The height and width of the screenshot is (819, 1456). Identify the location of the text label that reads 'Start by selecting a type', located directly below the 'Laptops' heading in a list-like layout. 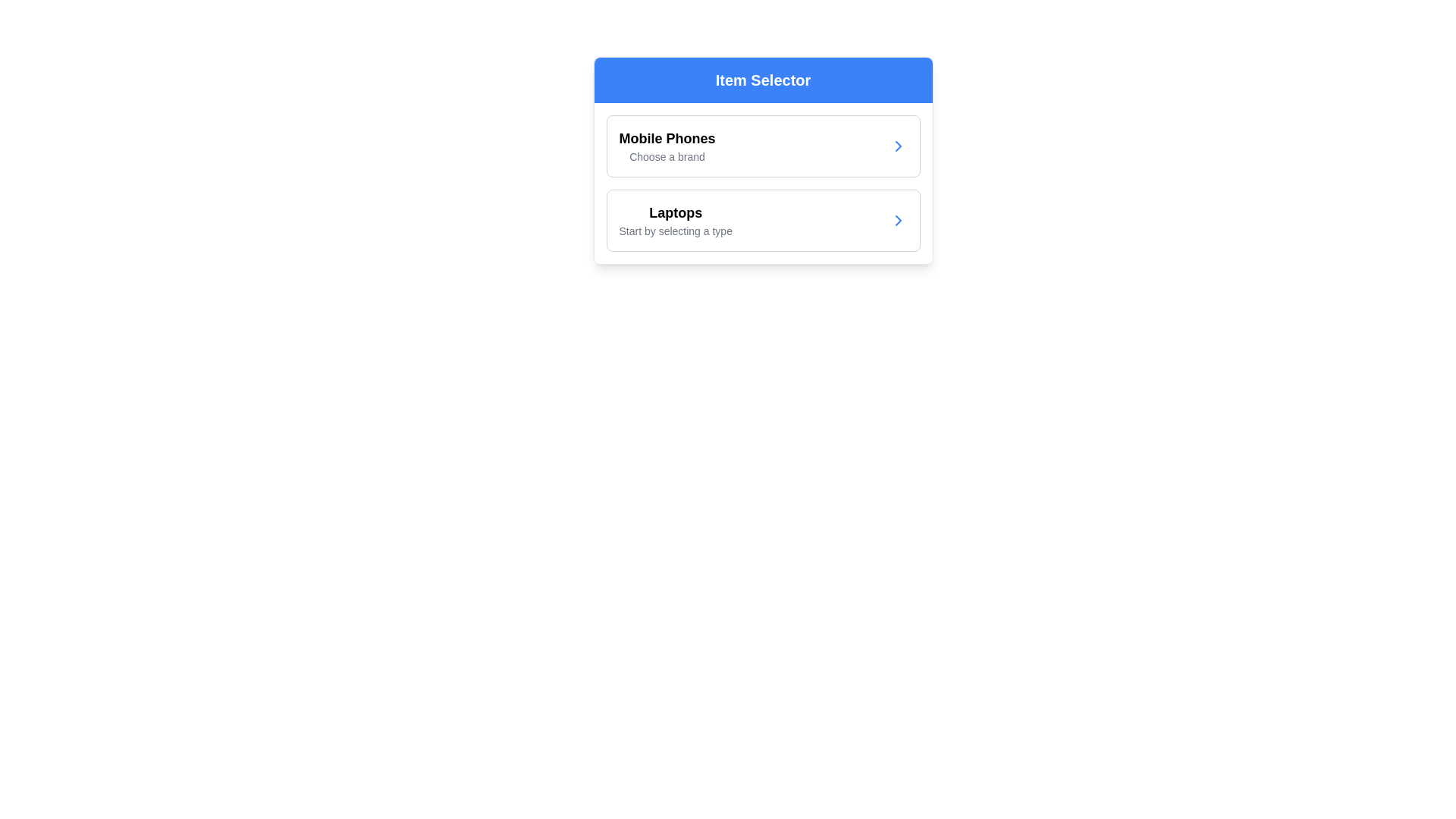
(675, 231).